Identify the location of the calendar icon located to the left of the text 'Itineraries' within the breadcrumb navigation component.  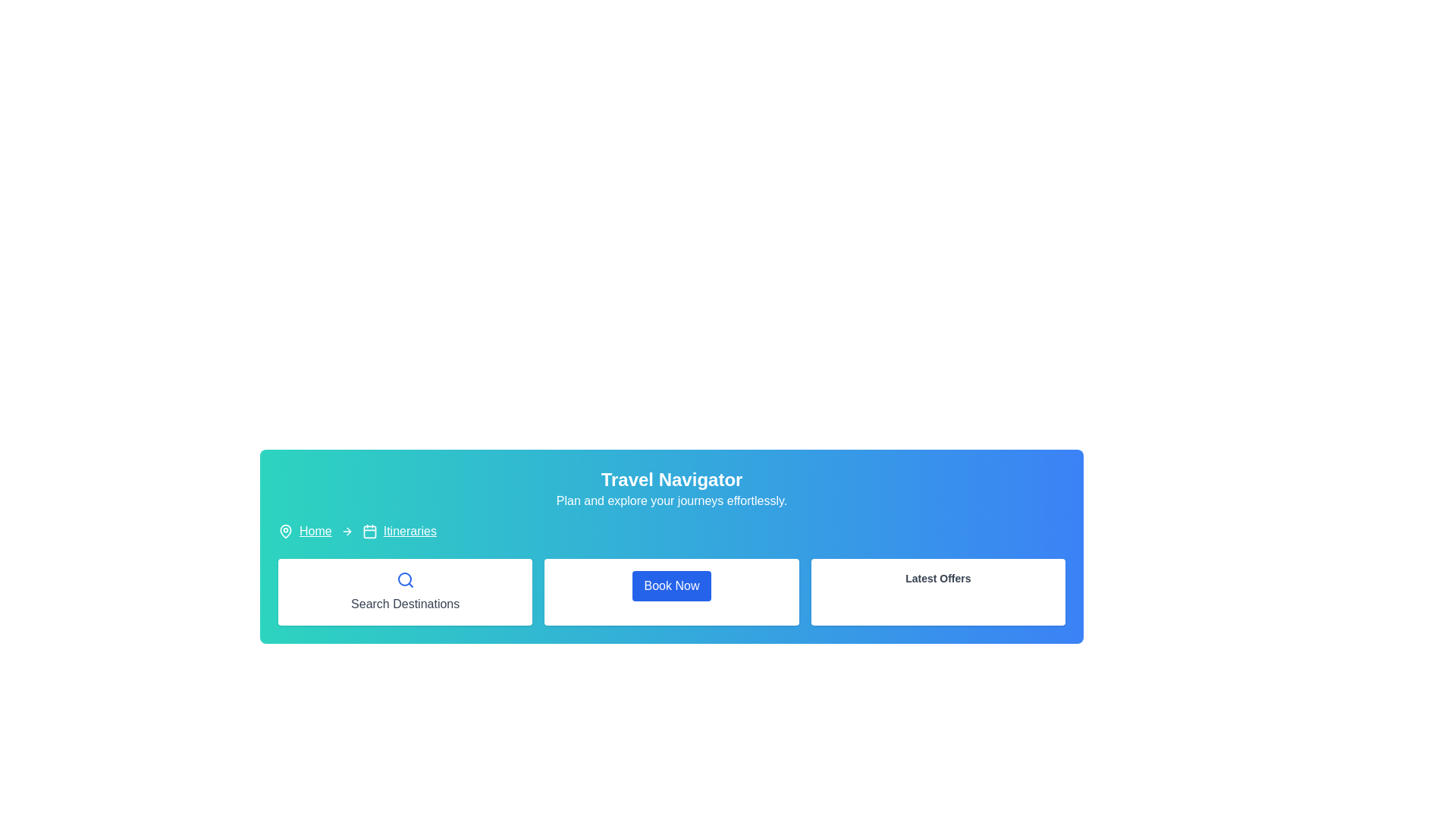
(369, 531).